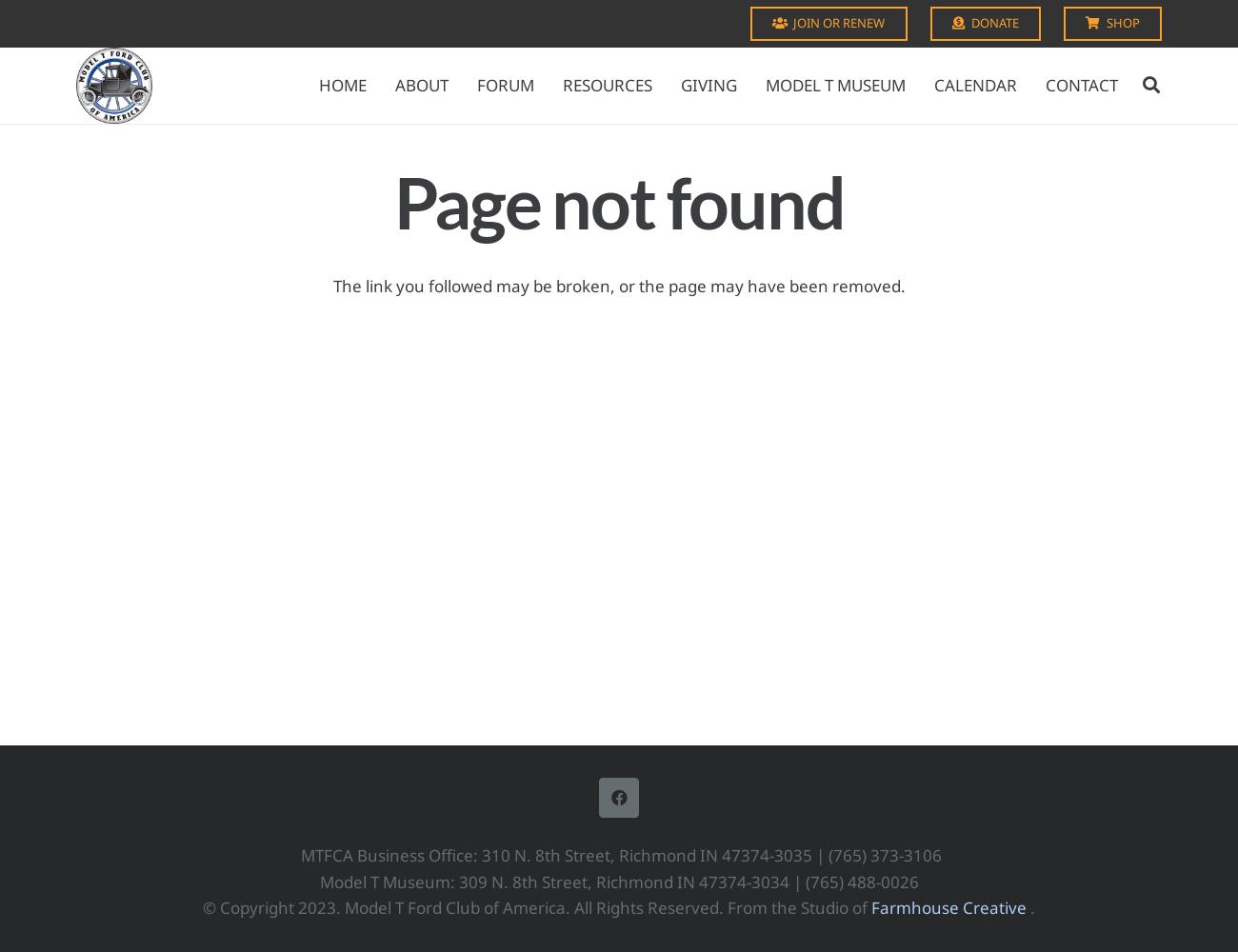 The image size is (1238, 952). What do you see at coordinates (619, 736) in the screenshot?
I see `'Facebook'` at bounding box center [619, 736].